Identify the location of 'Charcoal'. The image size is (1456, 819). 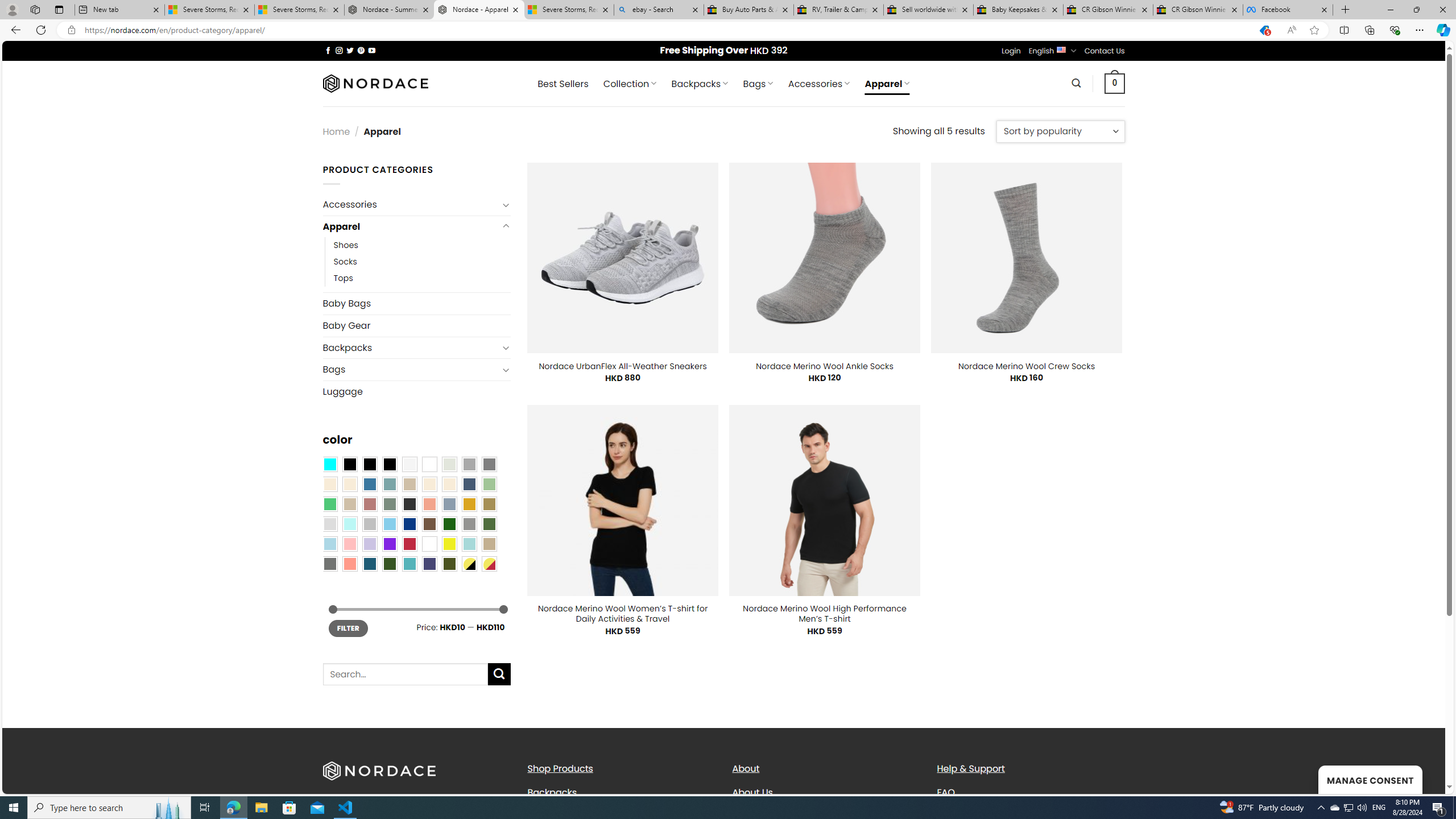
(408, 503).